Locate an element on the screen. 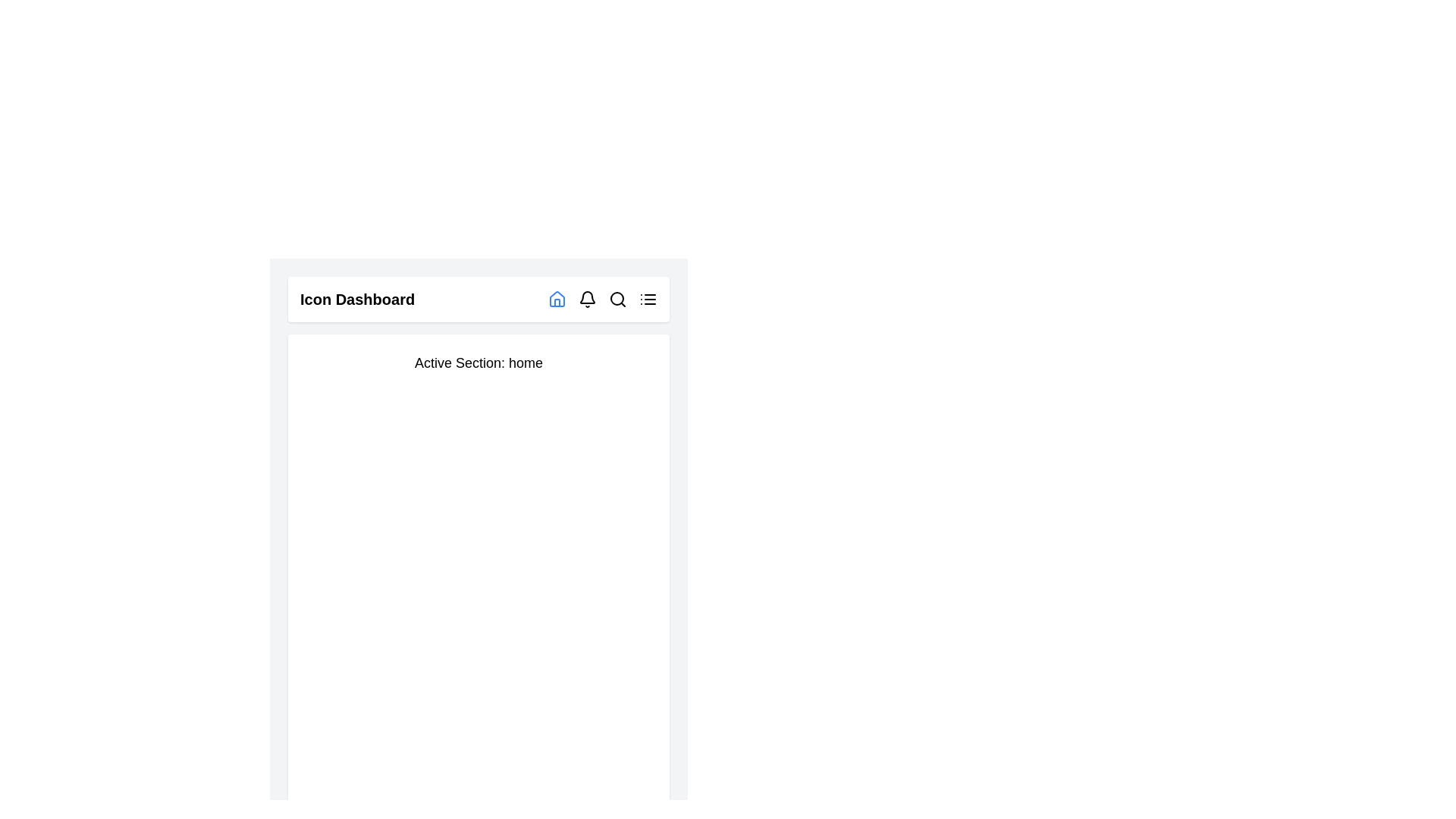 The height and width of the screenshot is (819, 1456). the circular lens of the magnifying glass icon in the top navigation bar to initiate search functionality is located at coordinates (617, 298).